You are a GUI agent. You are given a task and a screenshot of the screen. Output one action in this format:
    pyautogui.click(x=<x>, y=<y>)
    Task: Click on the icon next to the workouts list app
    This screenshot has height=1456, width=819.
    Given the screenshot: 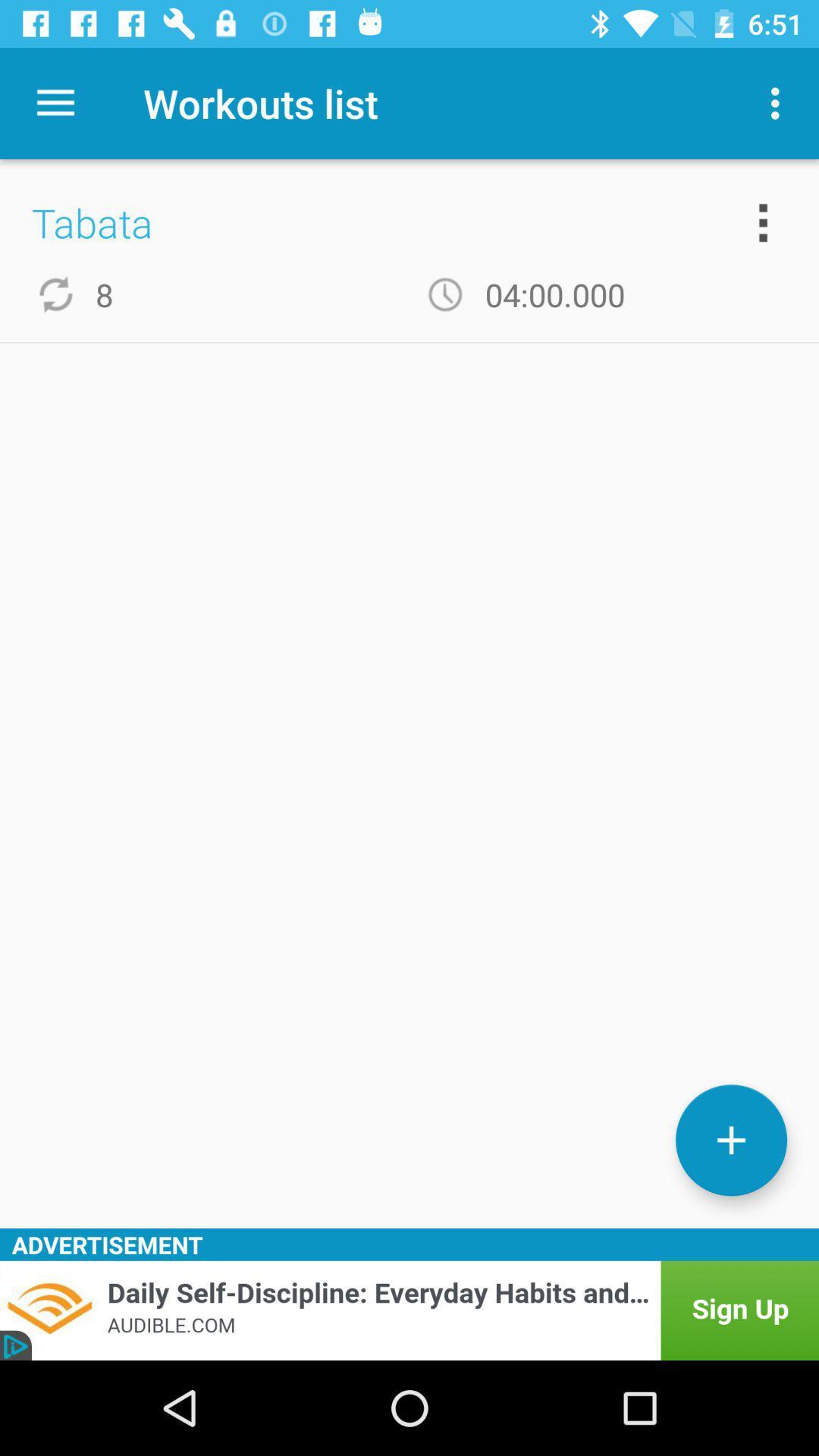 What is the action you would take?
    pyautogui.click(x=55, y=102)
    